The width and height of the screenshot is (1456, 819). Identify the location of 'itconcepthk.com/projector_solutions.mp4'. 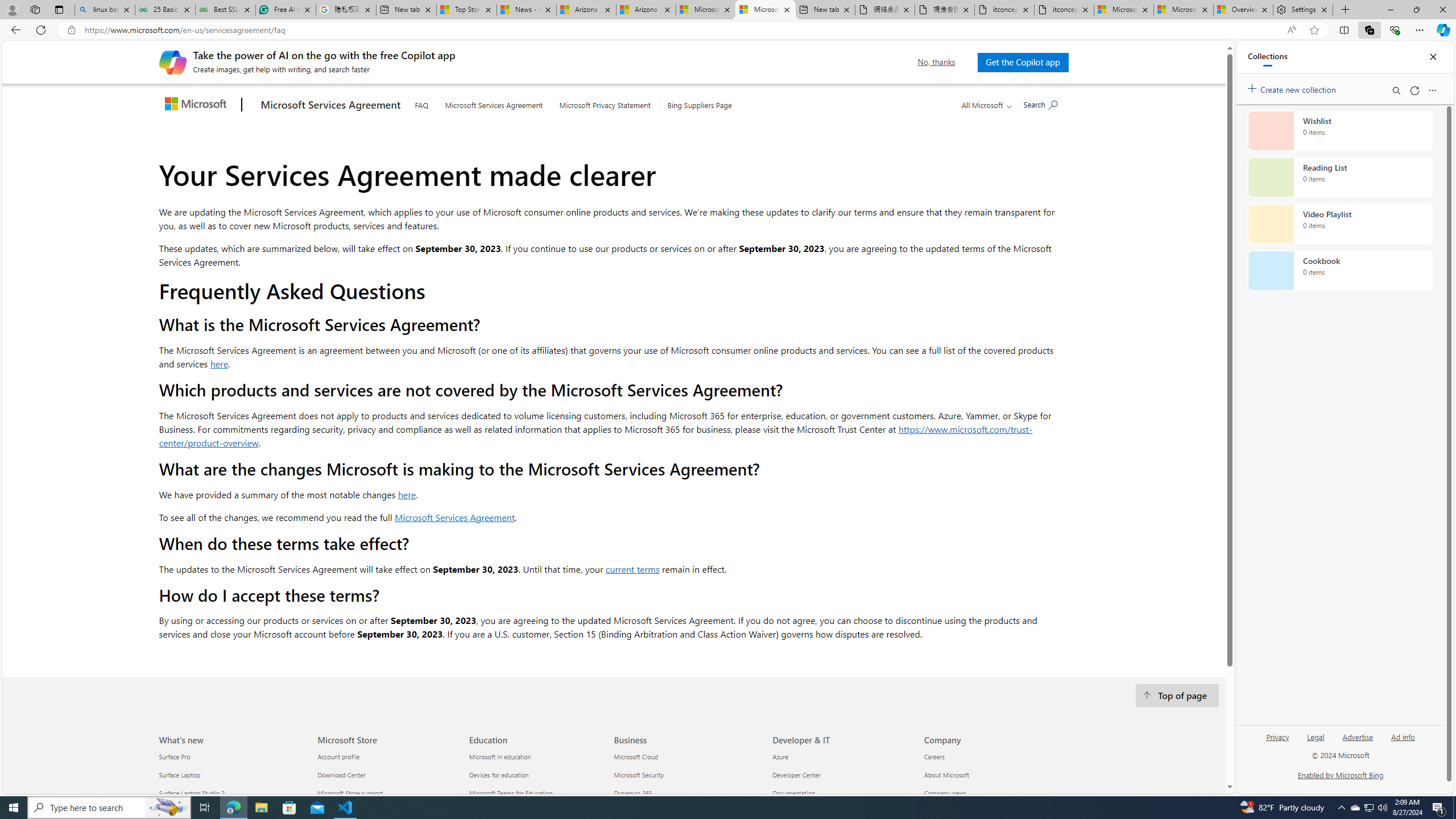
(1064, 9).